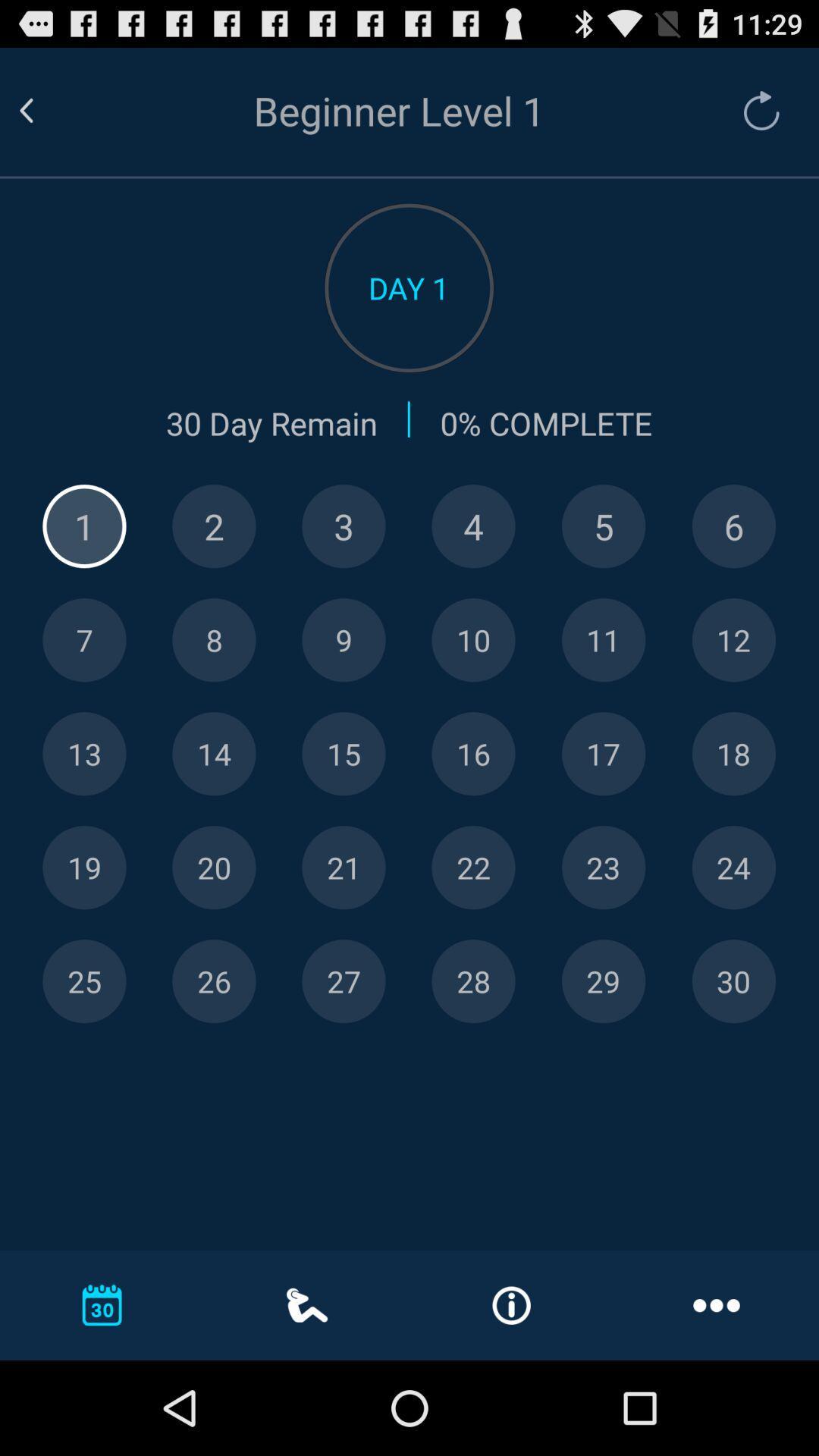 This screenshot has height=1456, width=819. I want to click on final day, so click(733, 981).